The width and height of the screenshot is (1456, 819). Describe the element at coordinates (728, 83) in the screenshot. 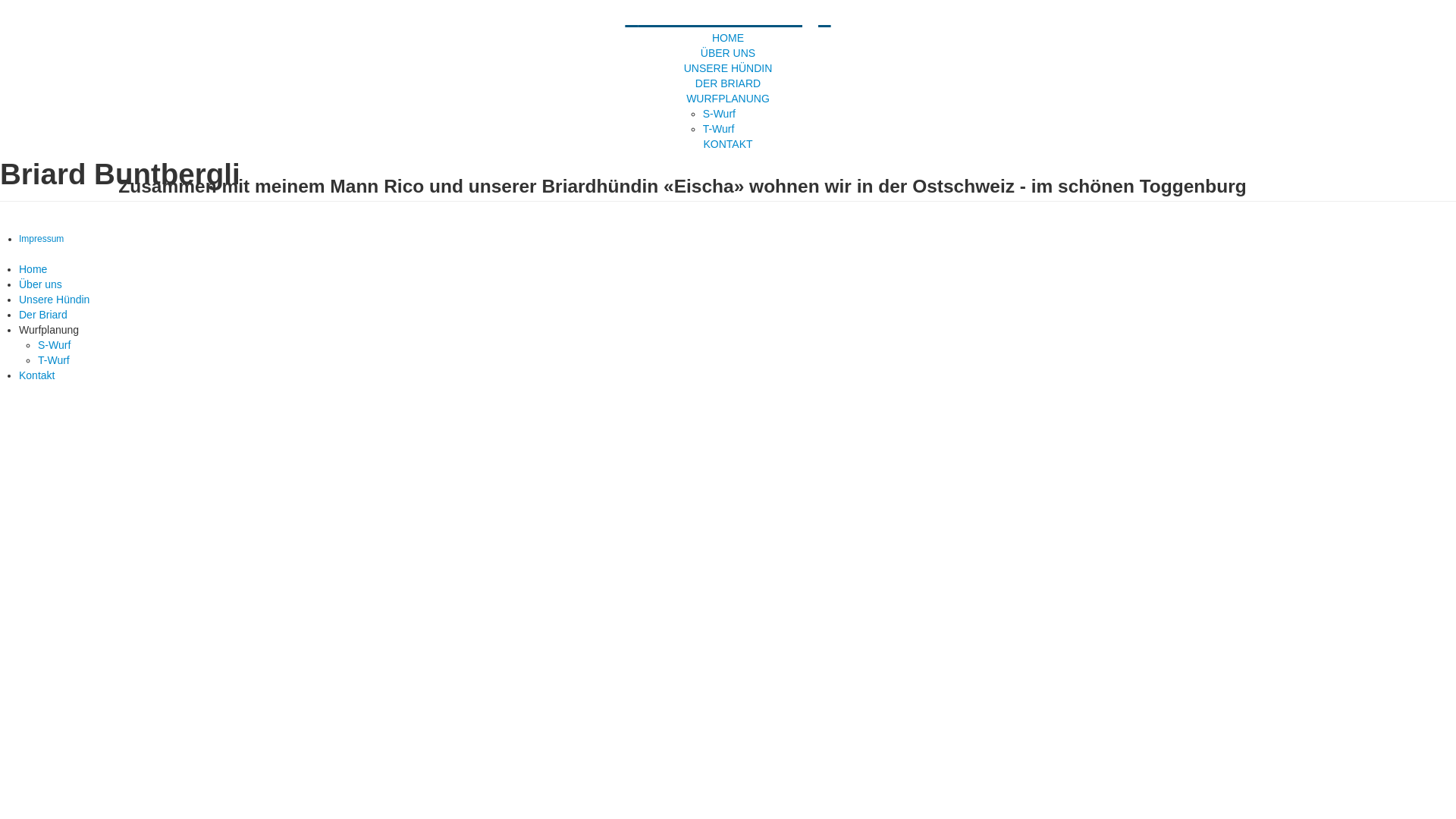

I see `'DER BRIARD'` at that location.